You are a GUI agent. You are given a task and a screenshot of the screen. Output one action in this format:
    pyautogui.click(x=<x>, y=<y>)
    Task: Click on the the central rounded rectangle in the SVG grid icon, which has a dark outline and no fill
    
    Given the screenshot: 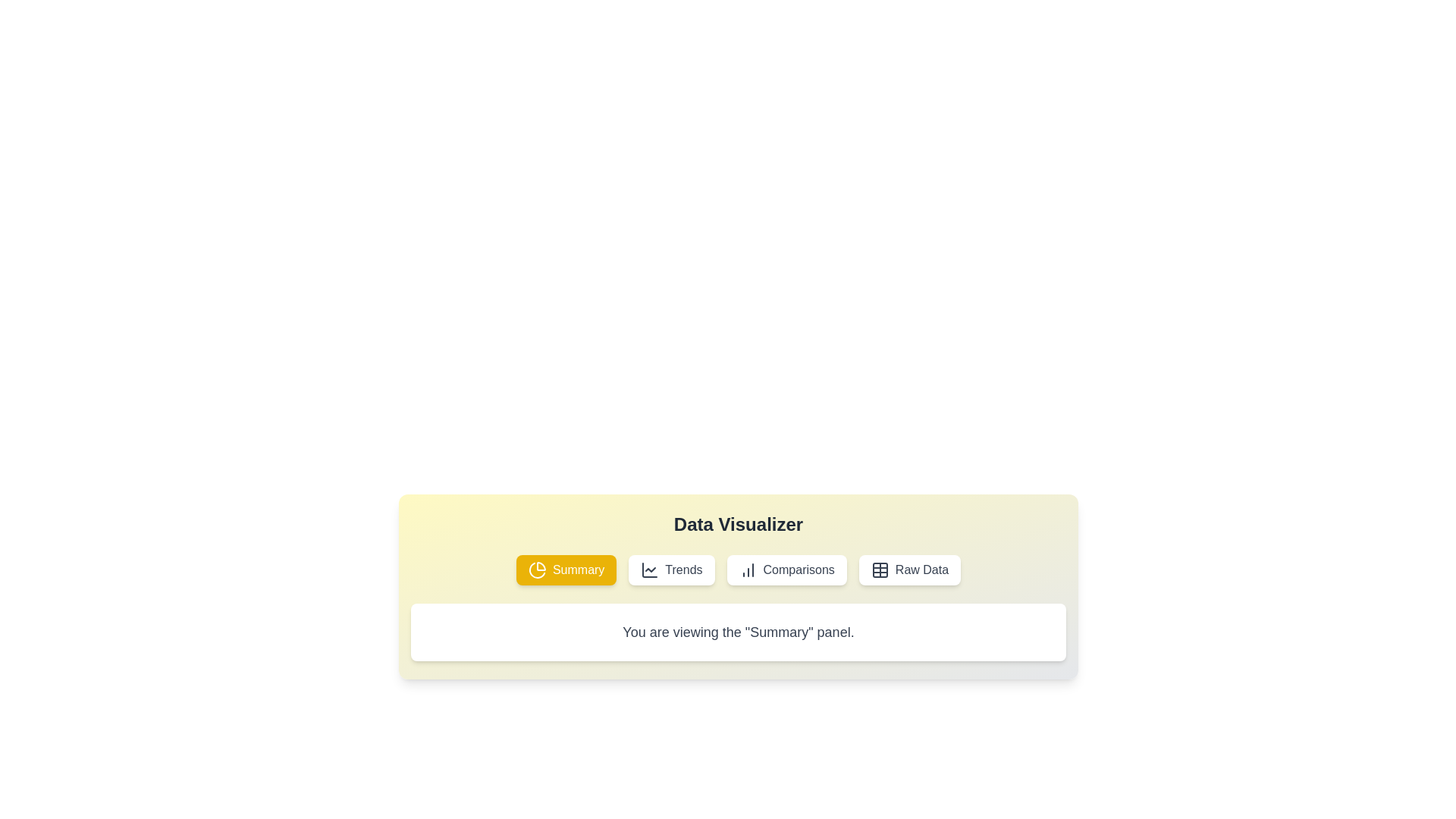 What is the action you would take?
    pyautogui.click(x=880, y=570)
    